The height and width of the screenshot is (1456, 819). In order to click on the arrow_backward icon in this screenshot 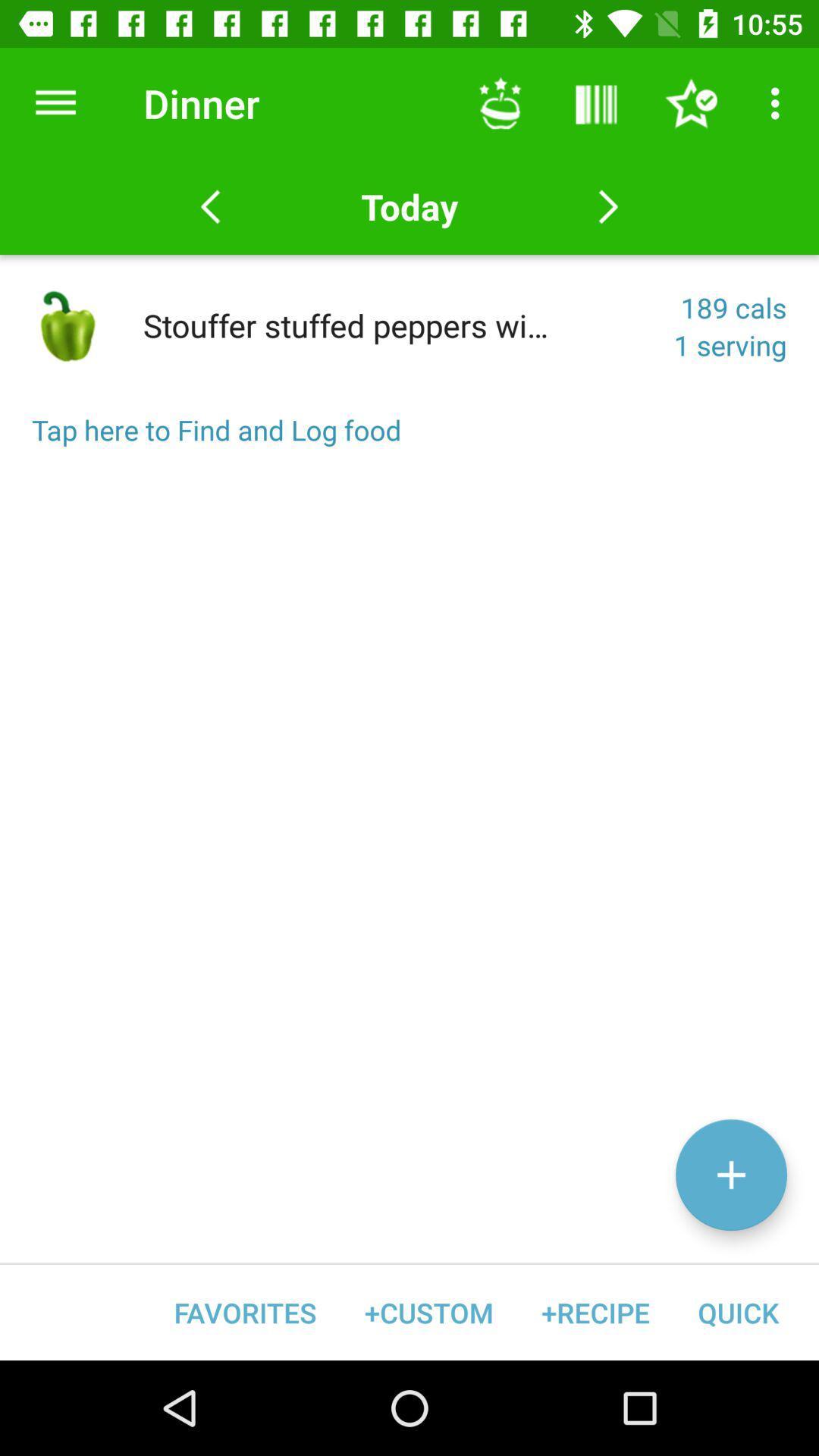, I will do `click(210, 206)`.